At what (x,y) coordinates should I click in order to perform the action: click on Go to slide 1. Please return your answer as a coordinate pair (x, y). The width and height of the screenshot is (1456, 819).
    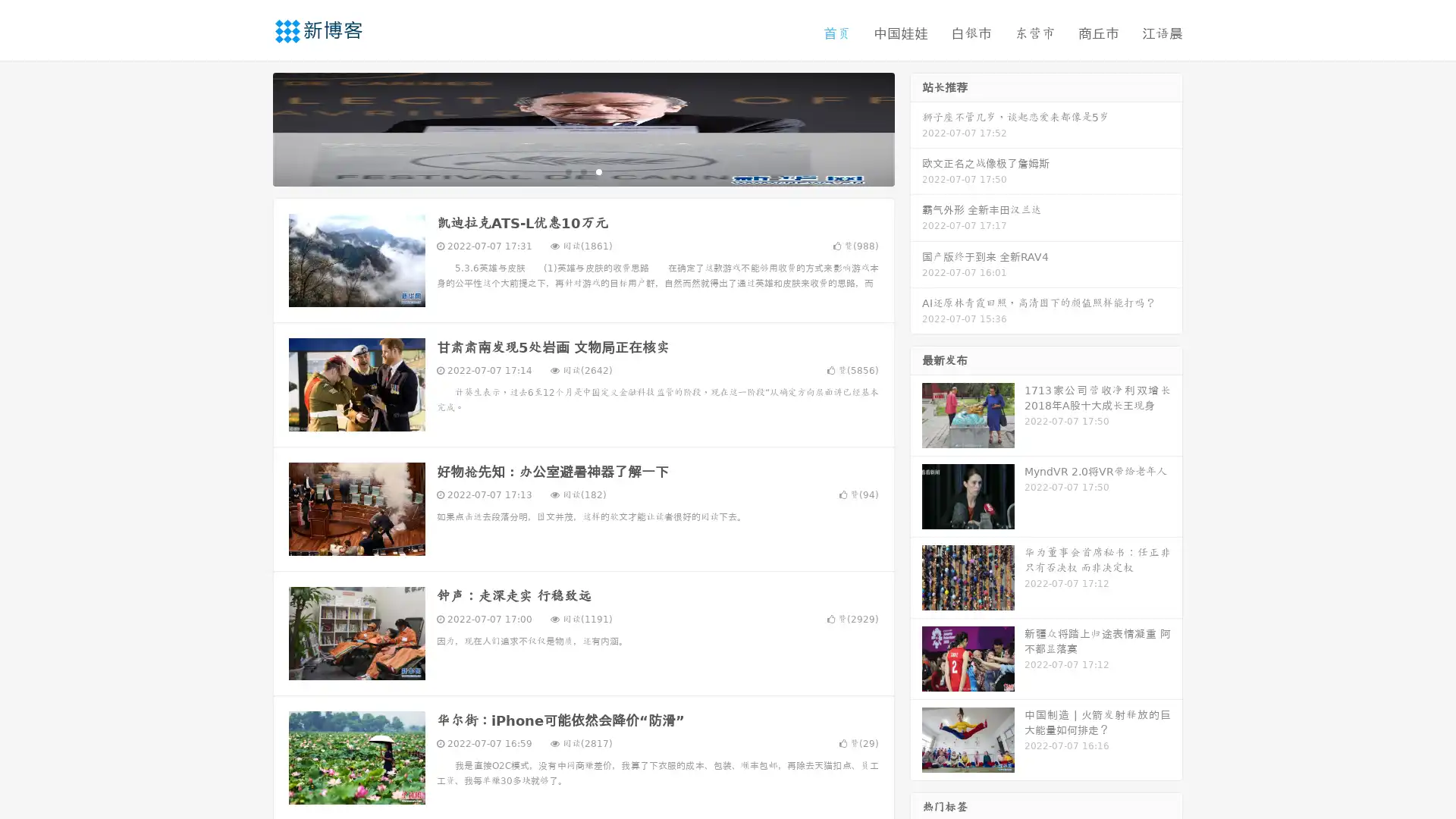
    Looking at the image, I should click on (567, 171).